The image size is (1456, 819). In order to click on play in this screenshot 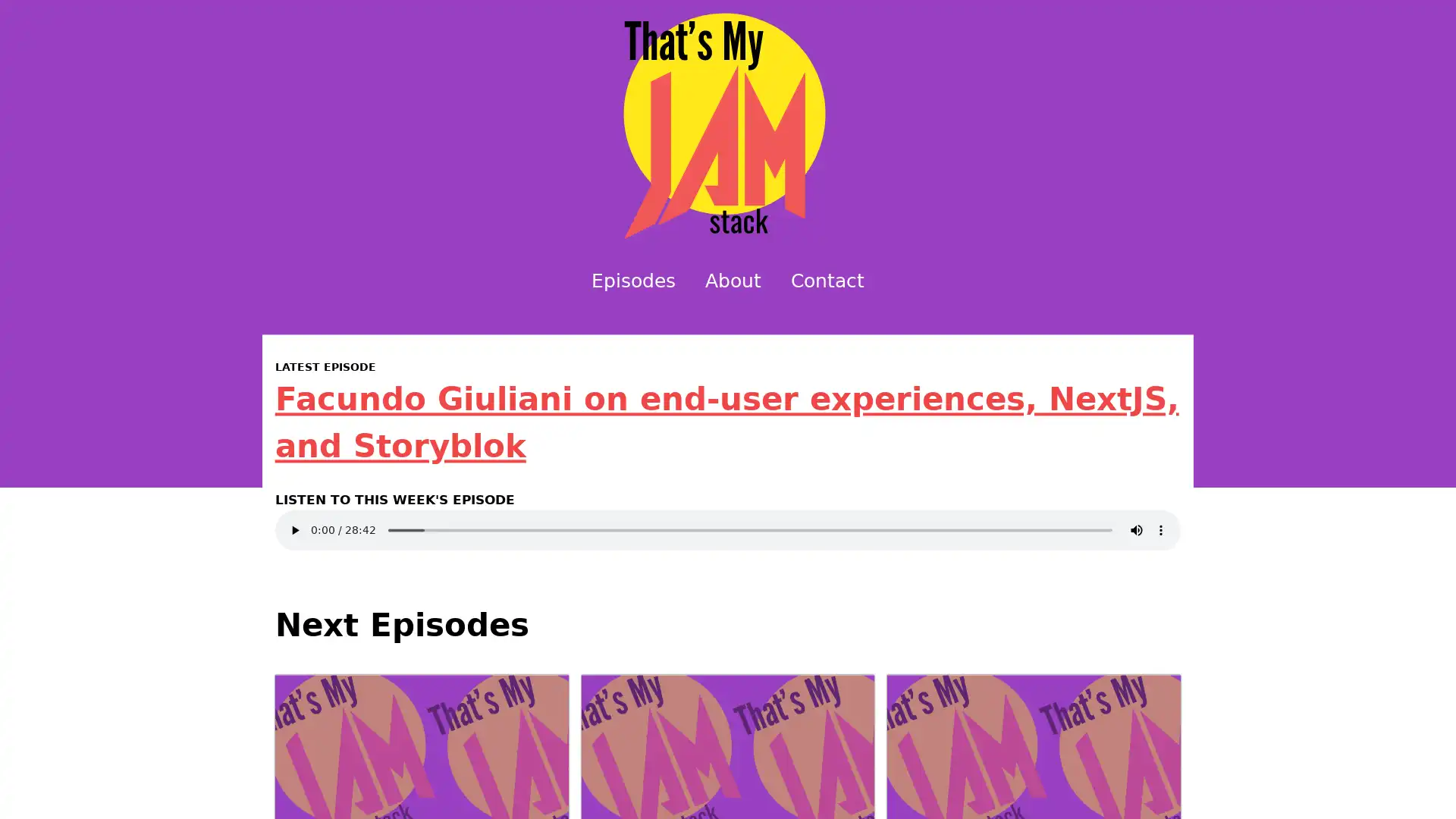, I will do `click(294, 529)`.